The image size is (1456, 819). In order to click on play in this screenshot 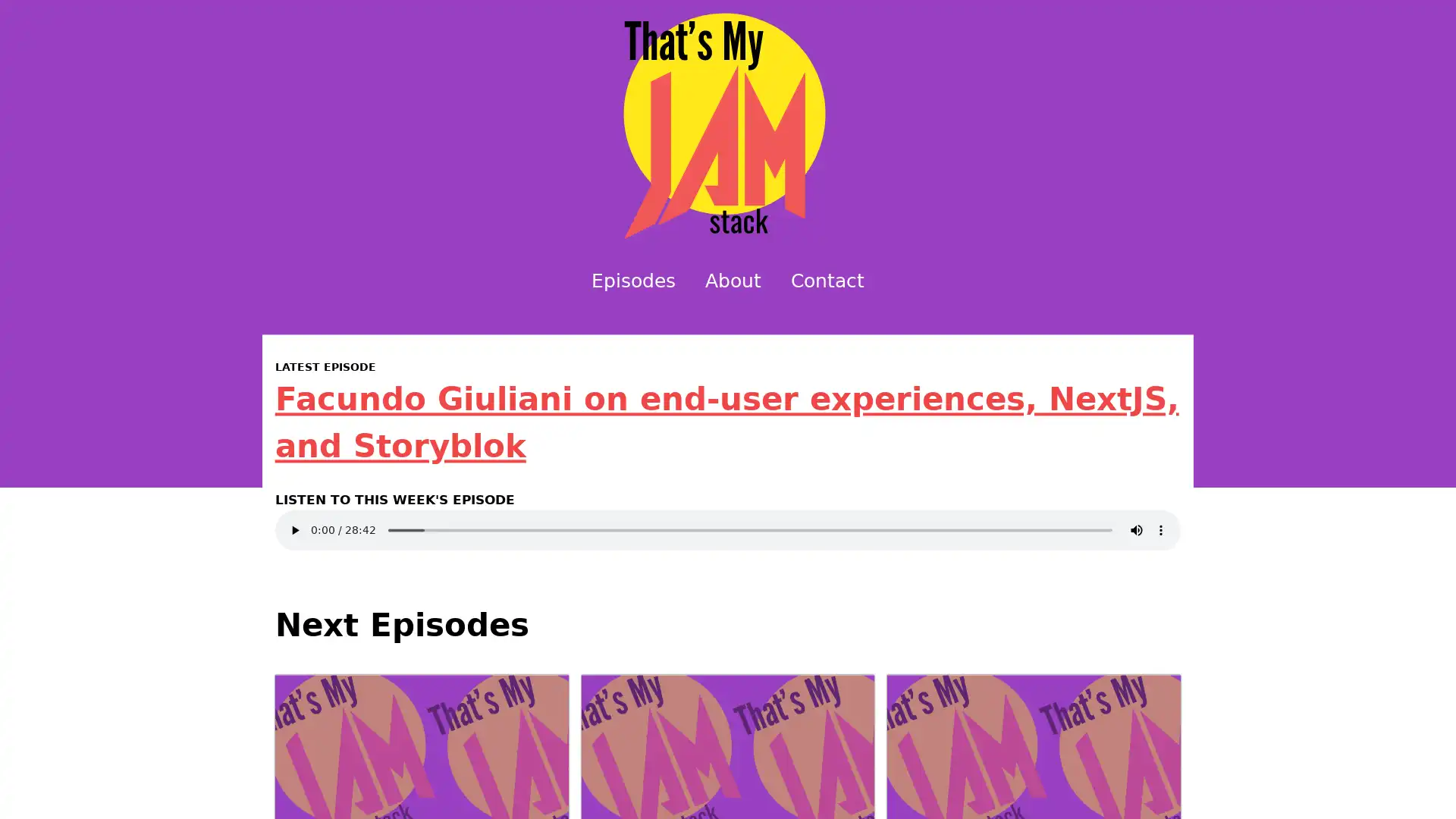, I will do `click(294, 529)`.